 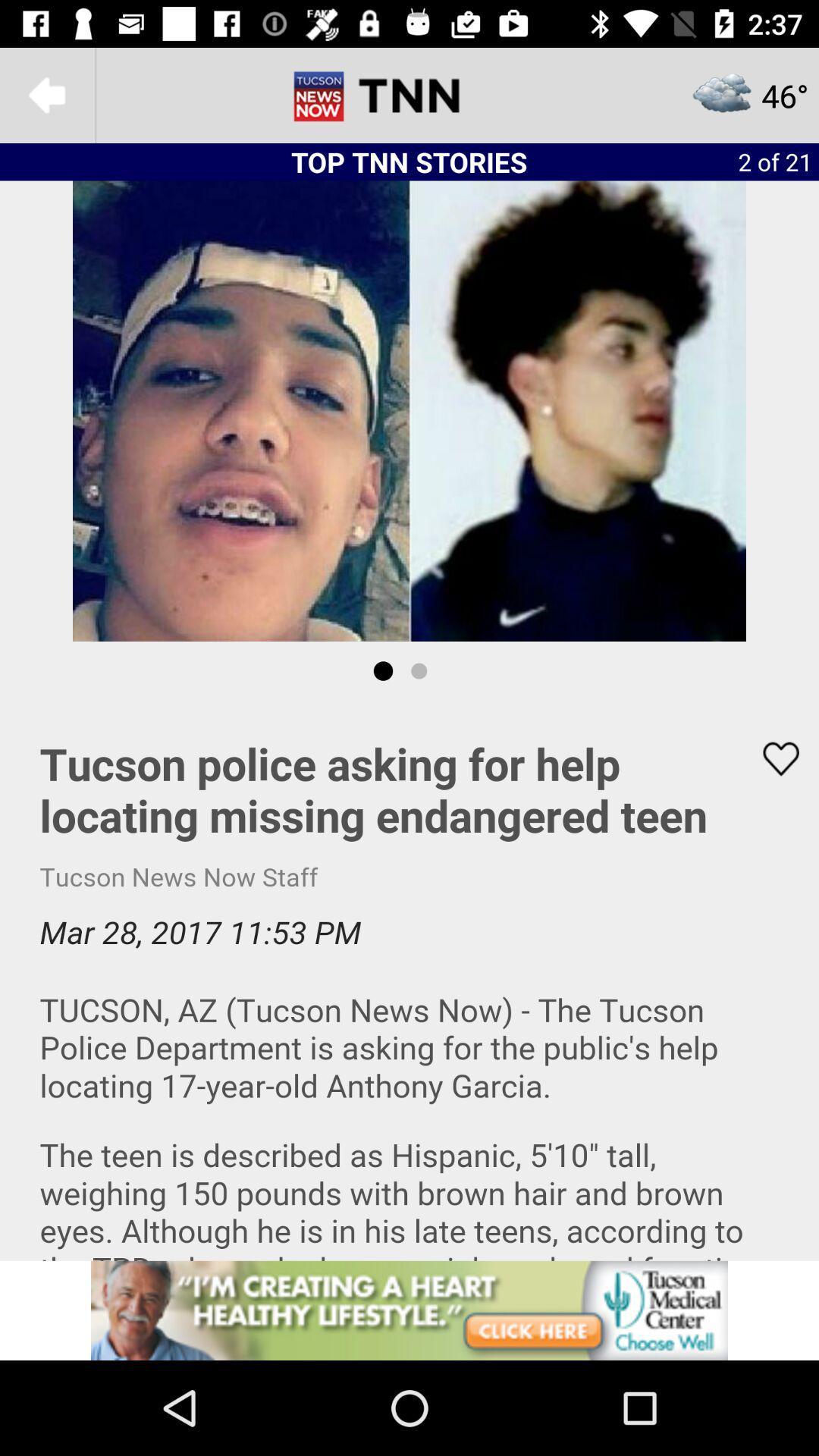 What do you see at coordinates (46, 94) in the screenshot?
I see `the arrow_backward icon` at bounding box center [46, 94].